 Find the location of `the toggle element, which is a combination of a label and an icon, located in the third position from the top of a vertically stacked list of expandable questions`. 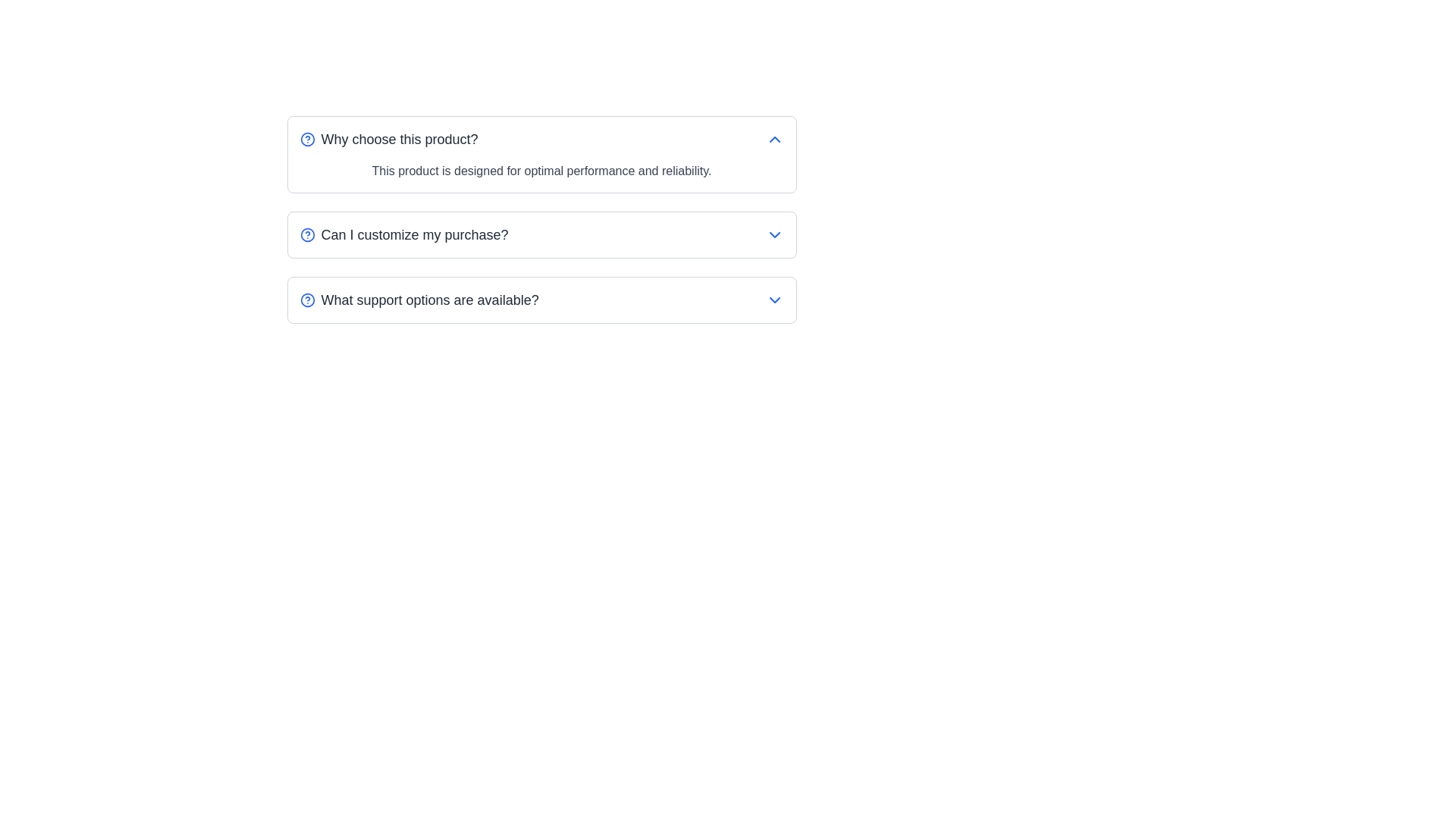

the toggle element, which is a combination of a label and an icon, located in the third position from the top of a vertically stacked list of expandable questions is located at coordinates (419, 300).